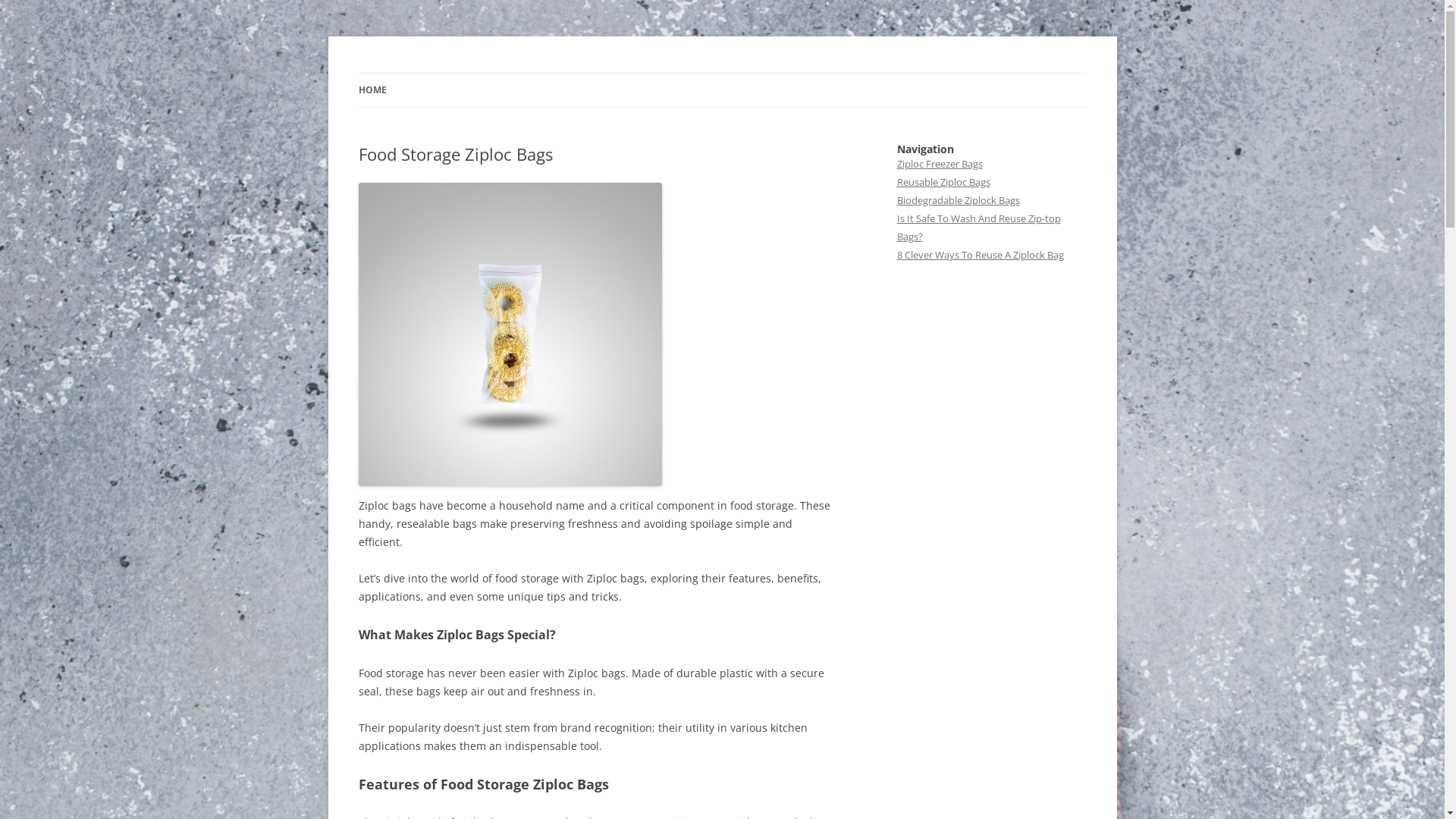  Describe the element at coordinates (721, 73) in the screenshot. I see `'Skip to content'` at that location.